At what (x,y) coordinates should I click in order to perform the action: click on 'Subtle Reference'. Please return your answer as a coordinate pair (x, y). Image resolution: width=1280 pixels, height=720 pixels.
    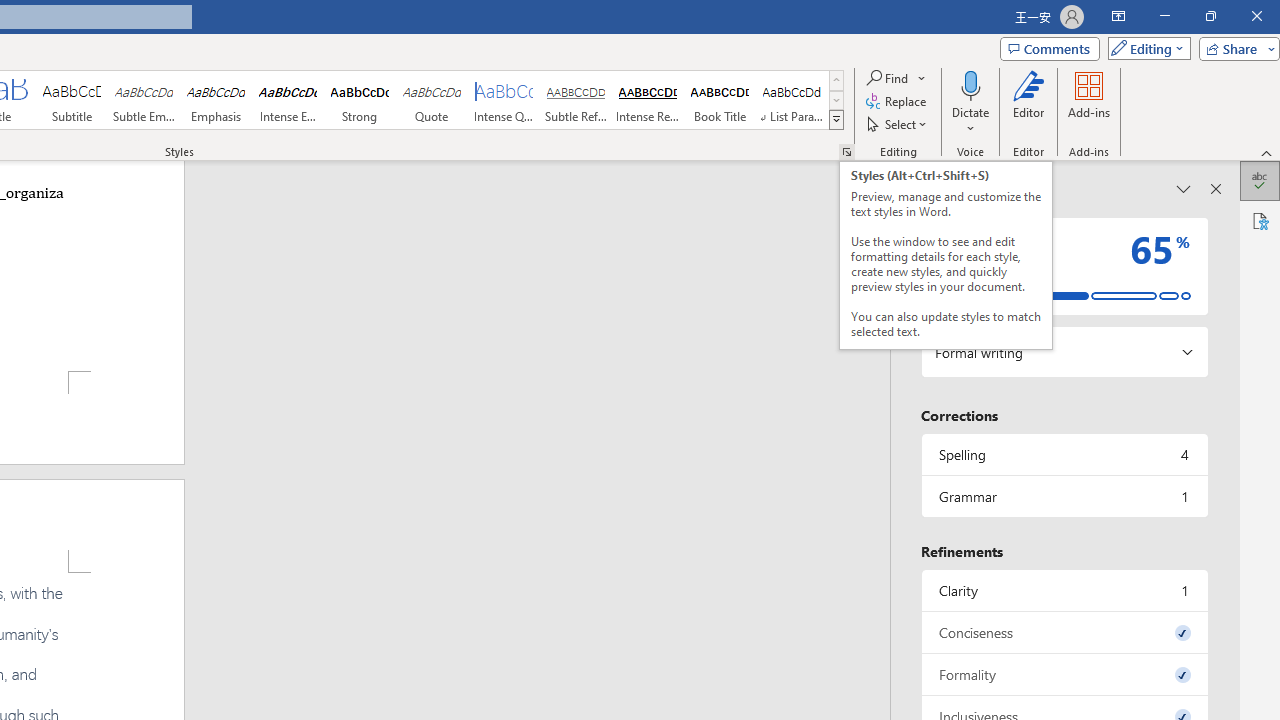
    Looking at the image, I should click on (575, 100).